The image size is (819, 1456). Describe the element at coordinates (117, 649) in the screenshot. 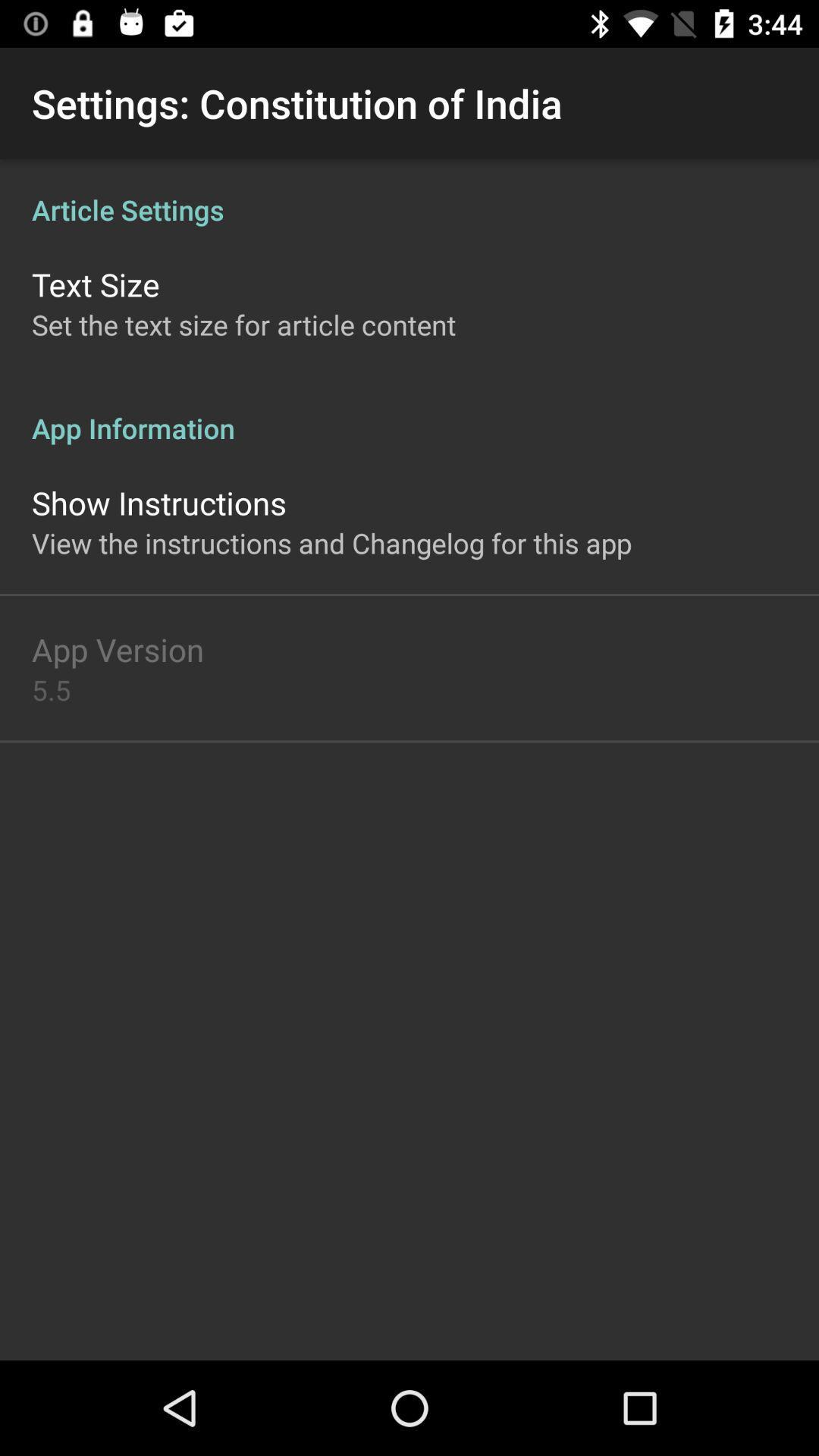

I see `the app version` at that location.